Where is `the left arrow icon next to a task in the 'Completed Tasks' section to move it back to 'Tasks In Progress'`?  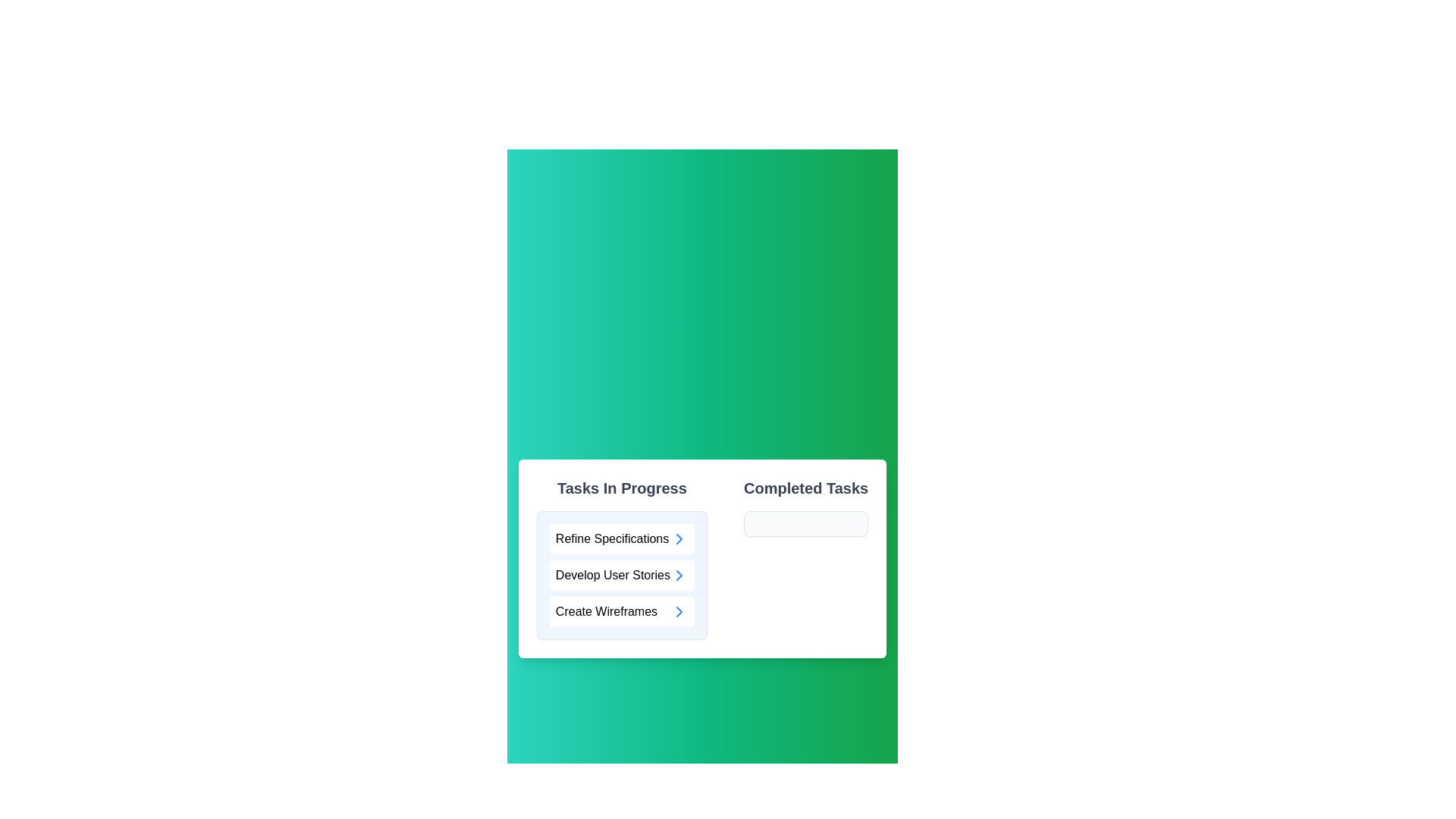 the left arrow icon next to a task in the 'Completed Tasks' section to move it back to 'Tasks In Progress' is located at coordinates (805, 522).